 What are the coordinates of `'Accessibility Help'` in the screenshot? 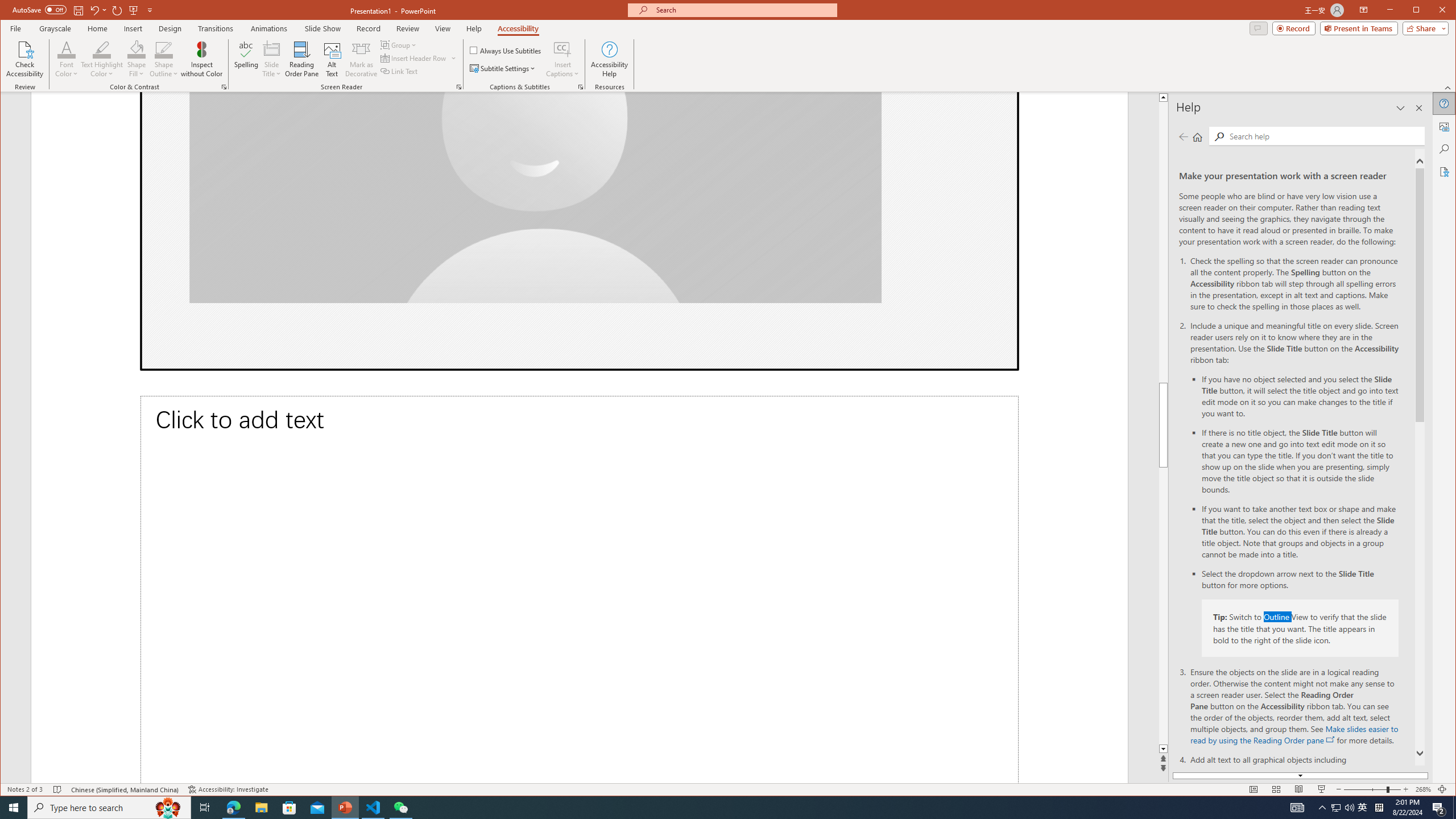 It's located at (609, 59).